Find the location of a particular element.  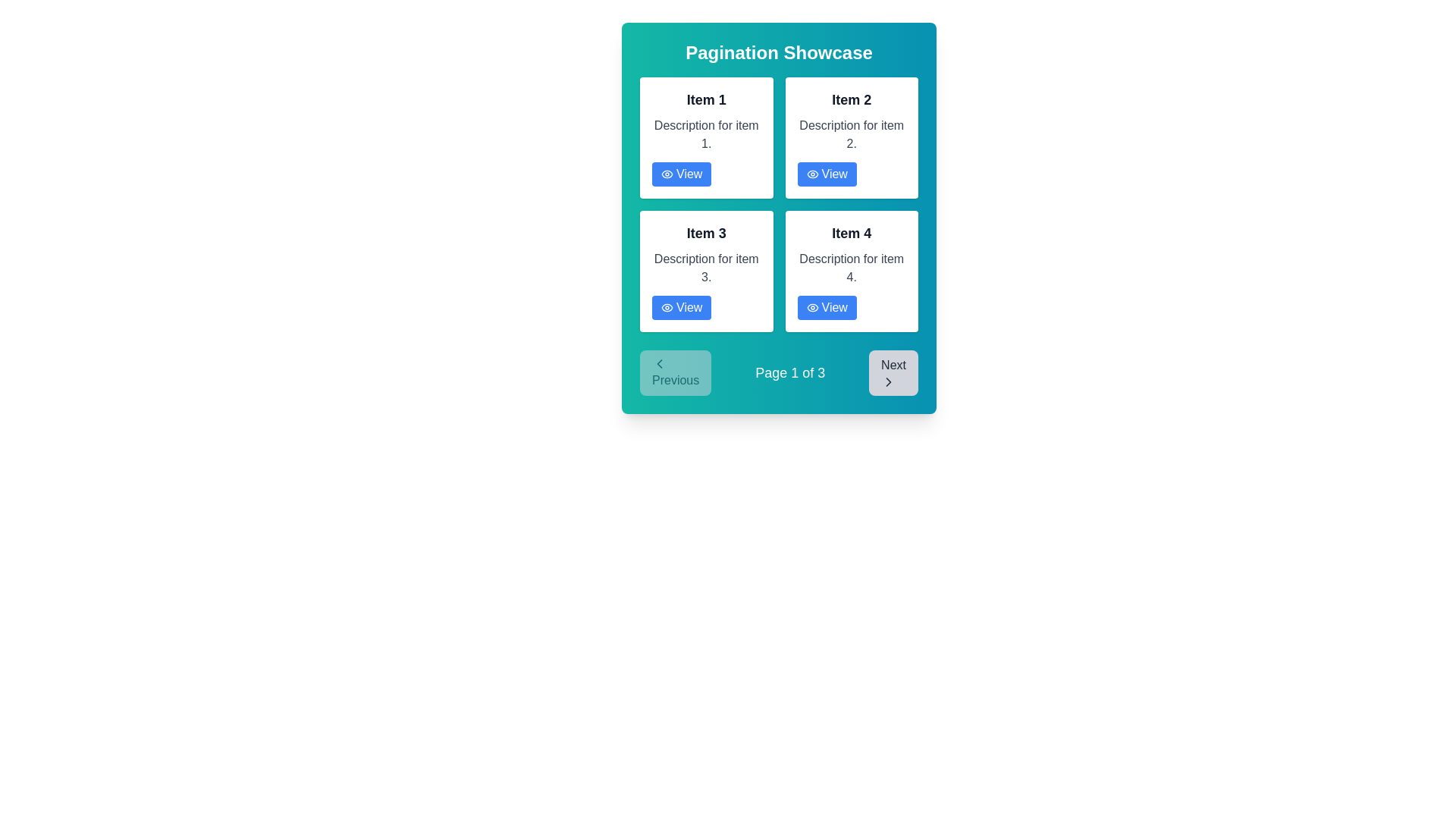

description of the Card presenting details about 'Item 2', located in the top-right corner of the grid layout is located at coordinates (852, 137).